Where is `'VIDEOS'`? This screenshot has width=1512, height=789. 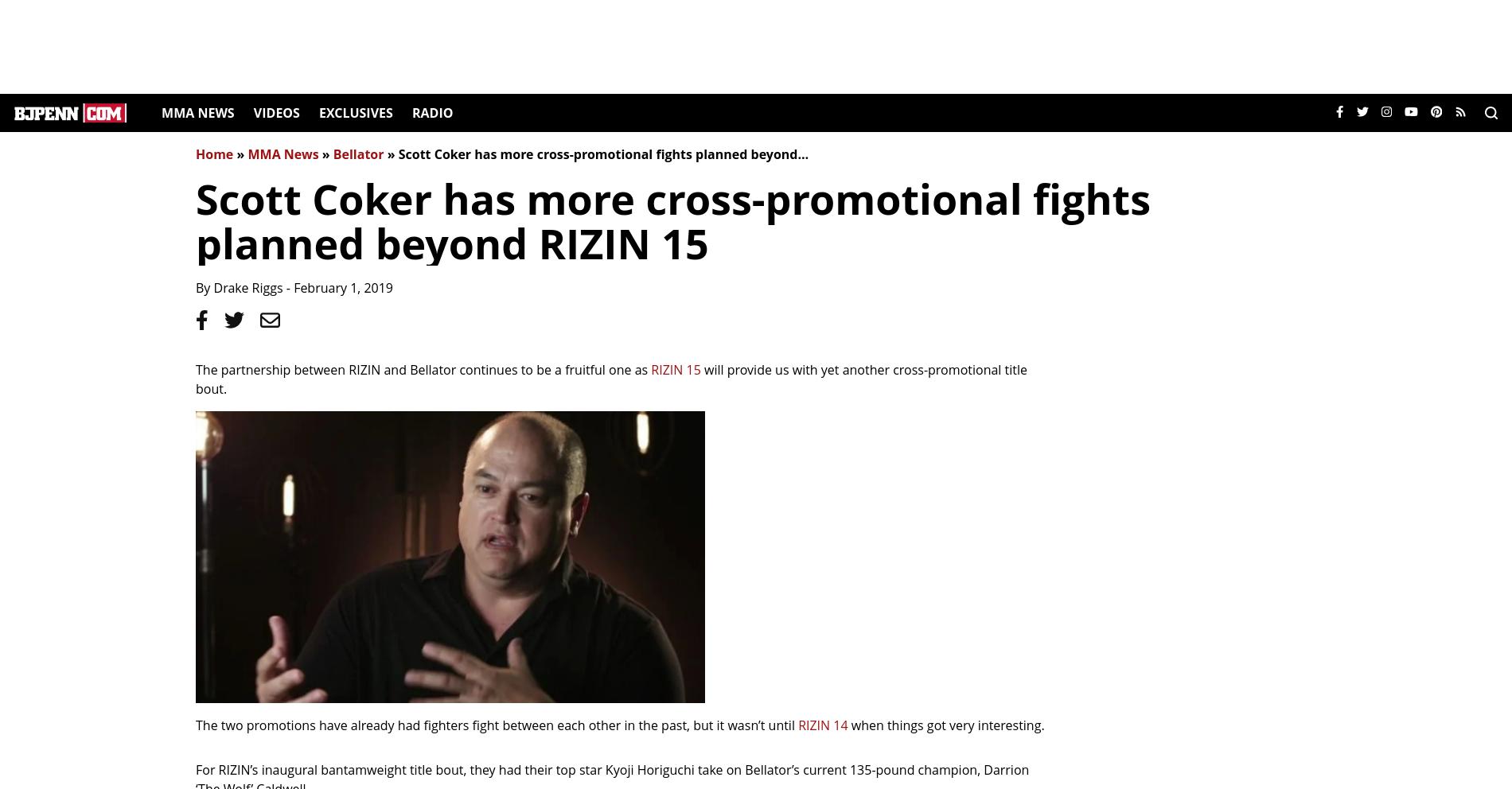 'VIDEOS' is located at coordinates (275, 112).